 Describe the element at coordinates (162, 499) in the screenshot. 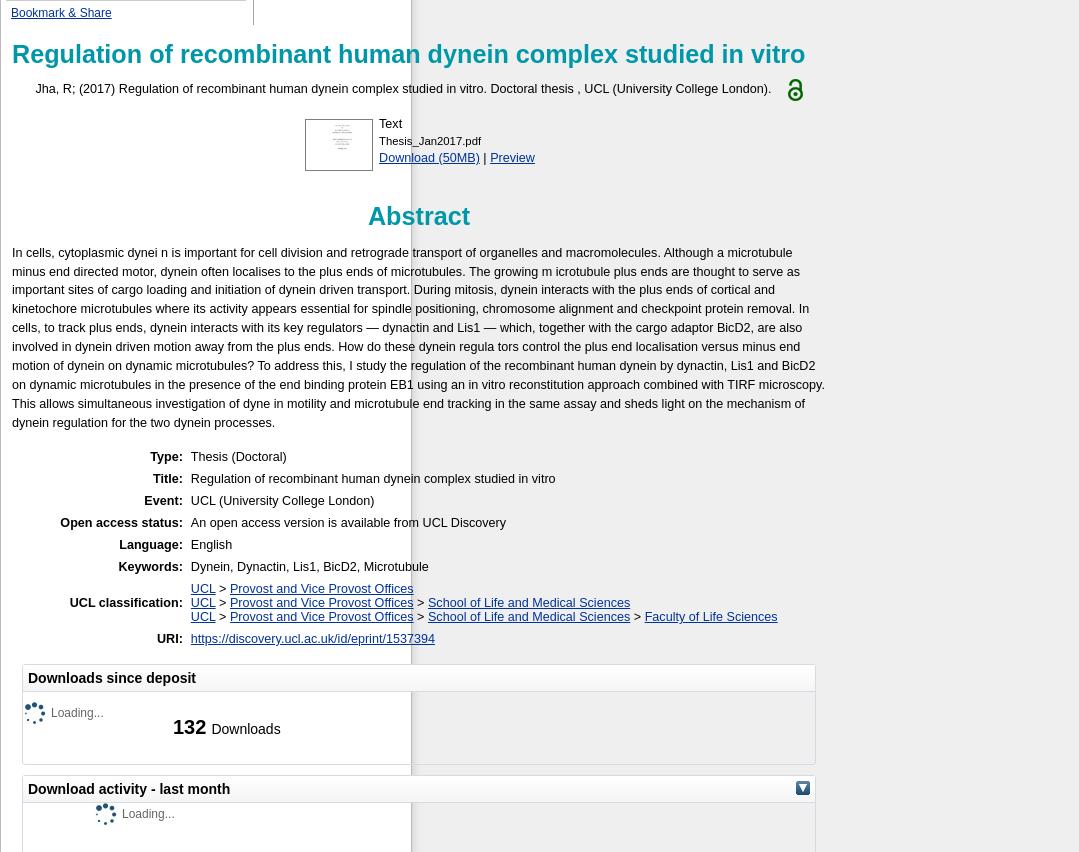

I see `'Event:'` at that location.